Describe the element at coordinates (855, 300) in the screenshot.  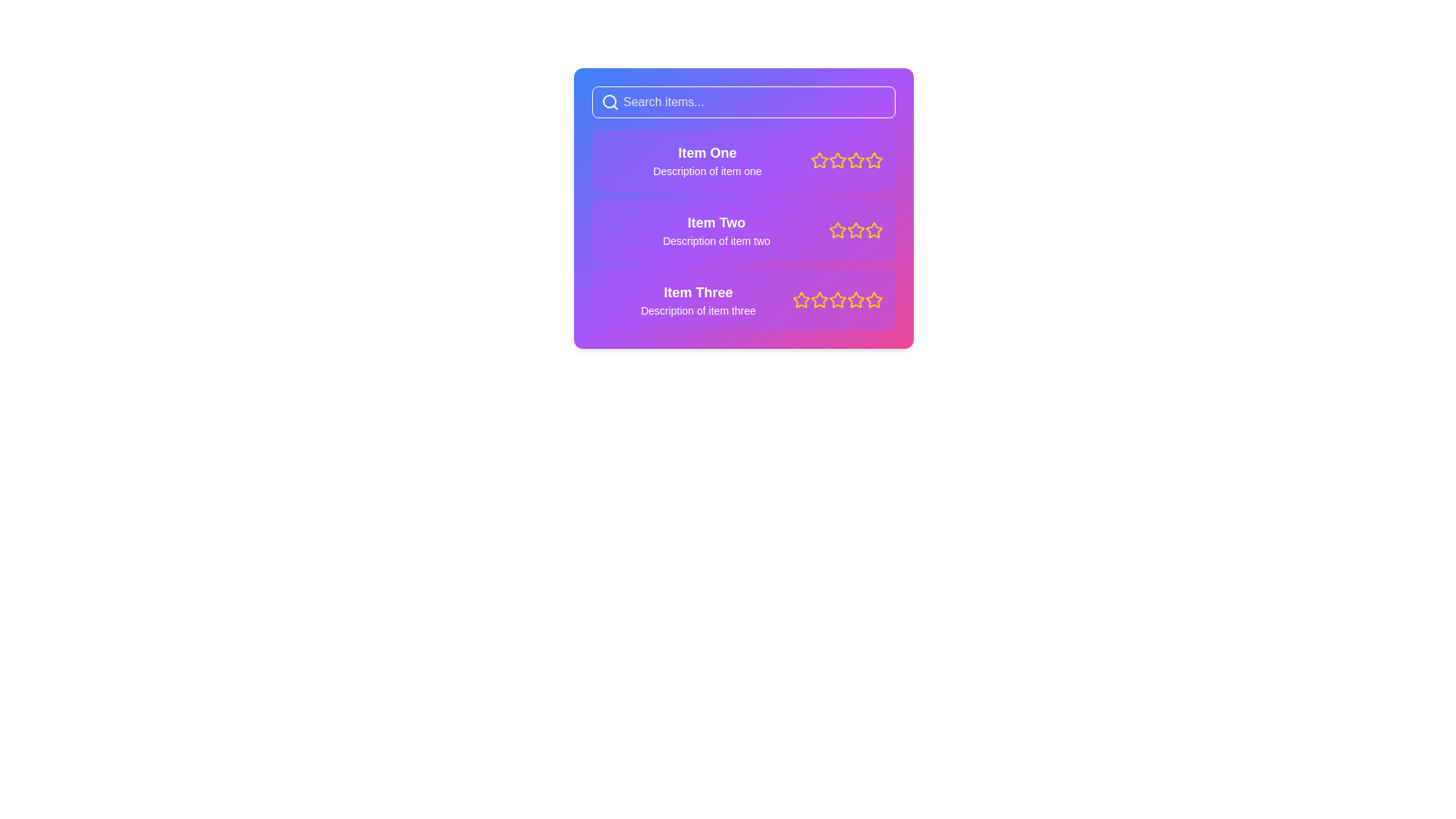
I see `the fifth star icon in the rating system` at that location.